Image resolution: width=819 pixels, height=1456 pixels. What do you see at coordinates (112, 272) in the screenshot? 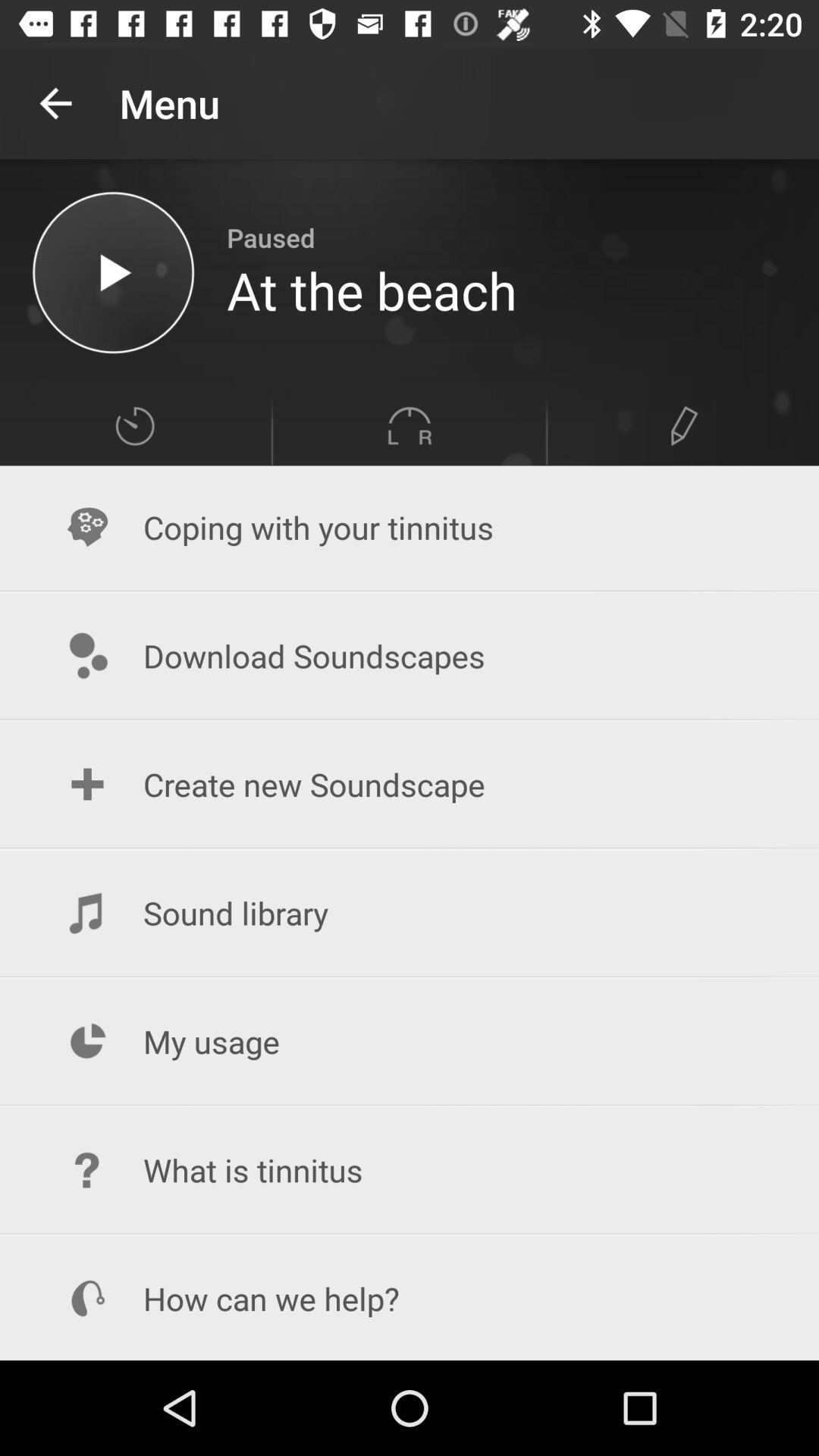
I see `music` at bounding box center [112, 272].